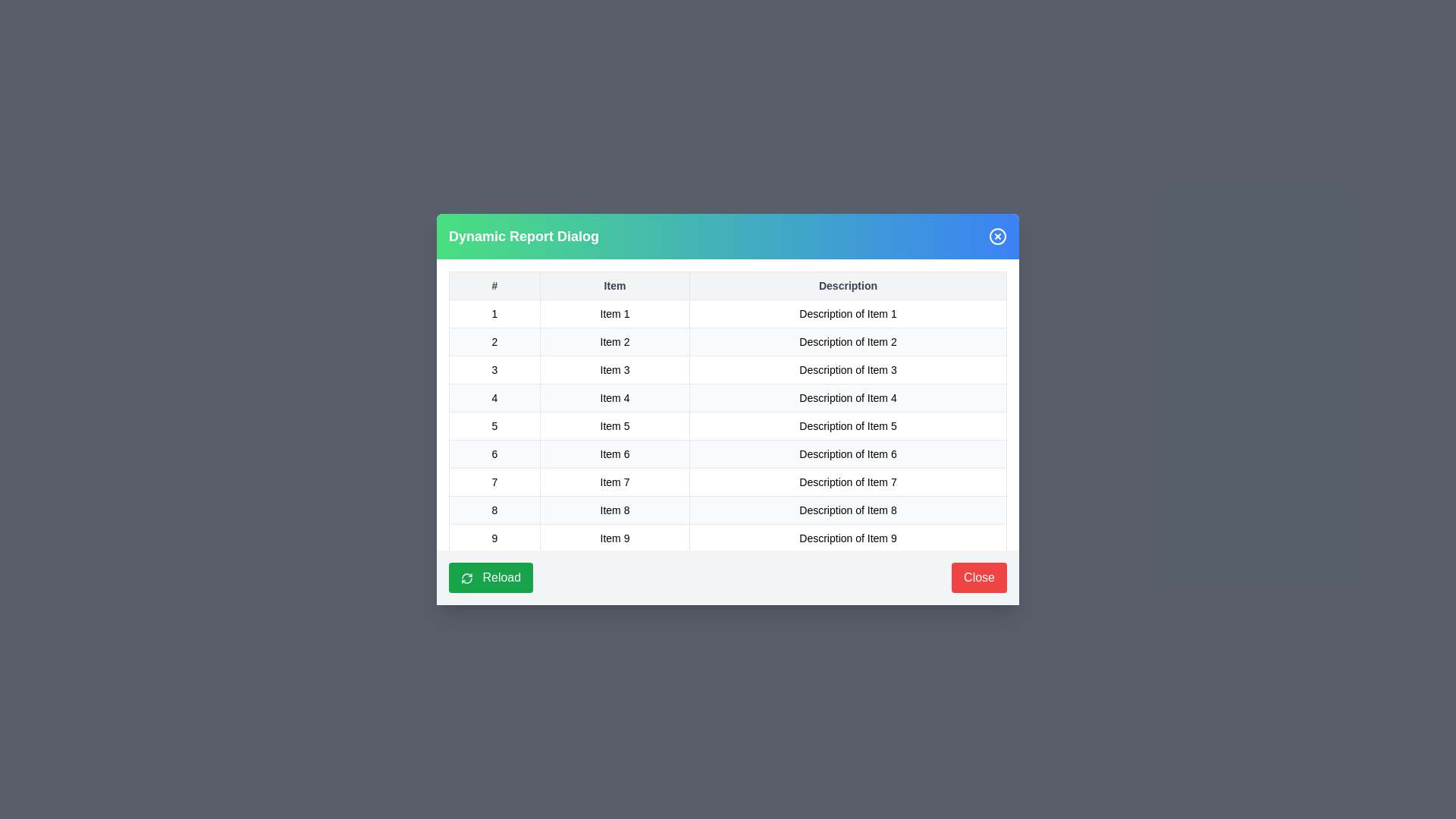 The image size is (1456, 819). Describe the element at coordinates (494, 286) in the screenshot. I see `the table header # to sort the table by that column` at that location.